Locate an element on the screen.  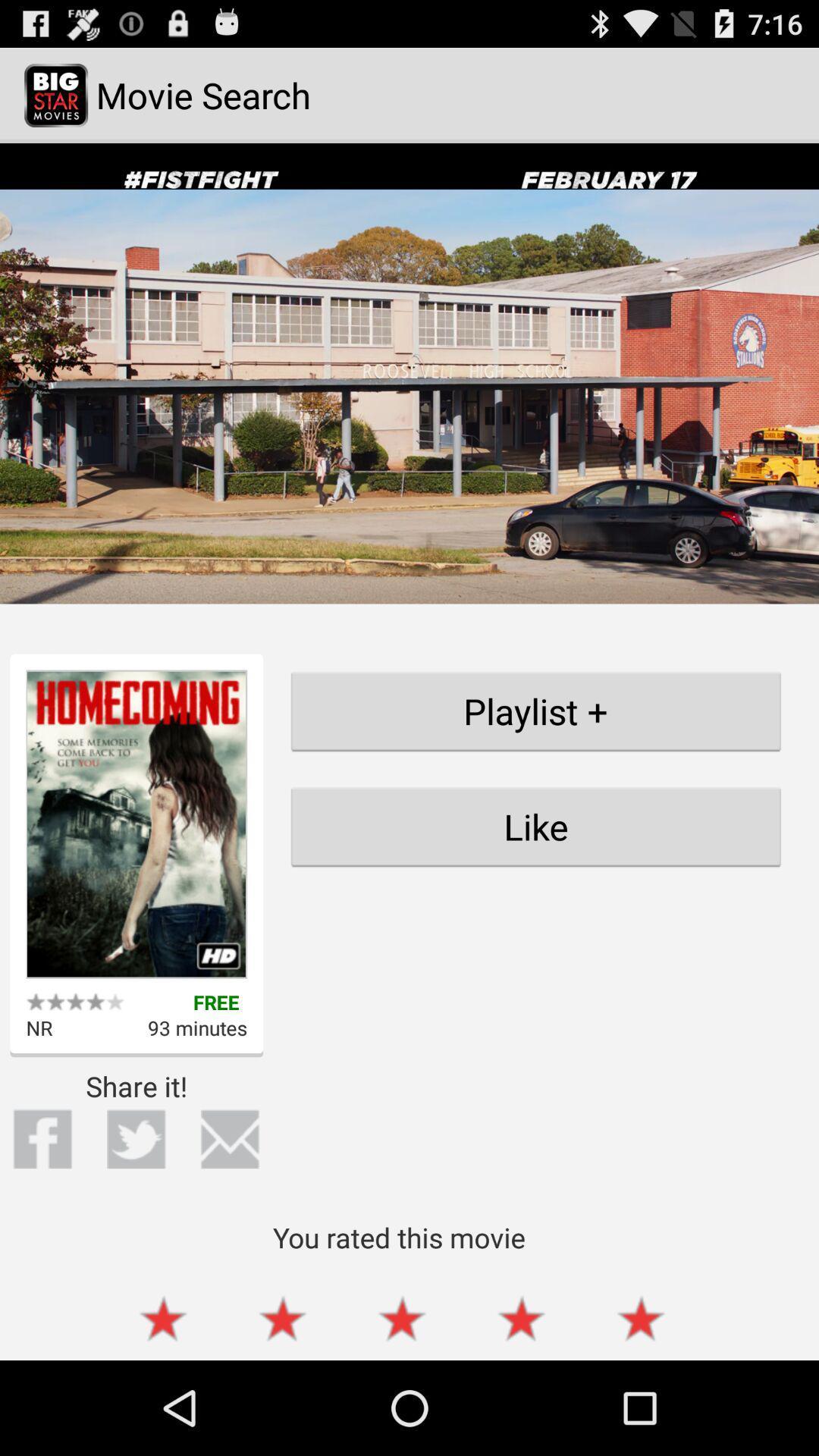
the star icon is located at coordinates (398, 1411).